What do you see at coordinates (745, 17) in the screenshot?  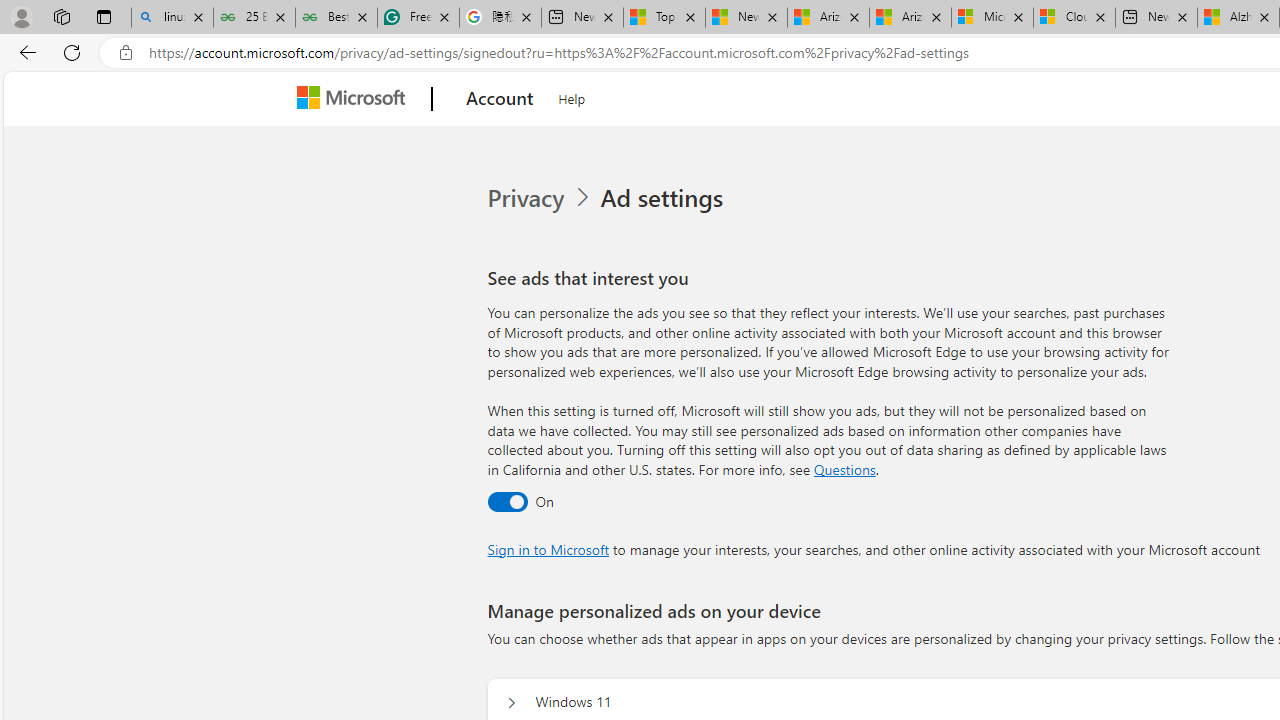 I see `'News - MSN'` at bounding box center [745, 17].